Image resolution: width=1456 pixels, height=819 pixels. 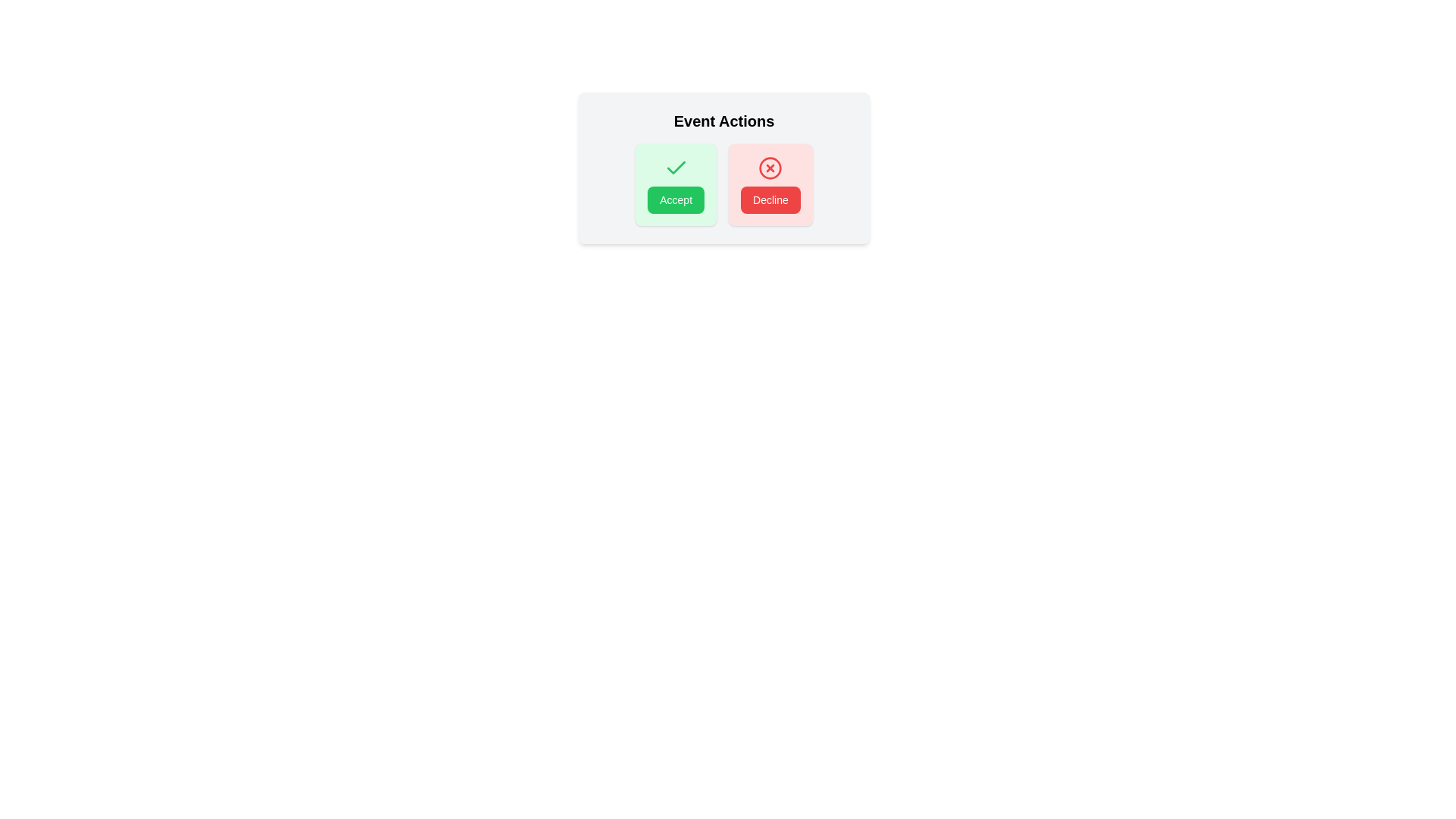 I want to click on the green 'Accept' button with rounded corners, so click(x=675, y=199).